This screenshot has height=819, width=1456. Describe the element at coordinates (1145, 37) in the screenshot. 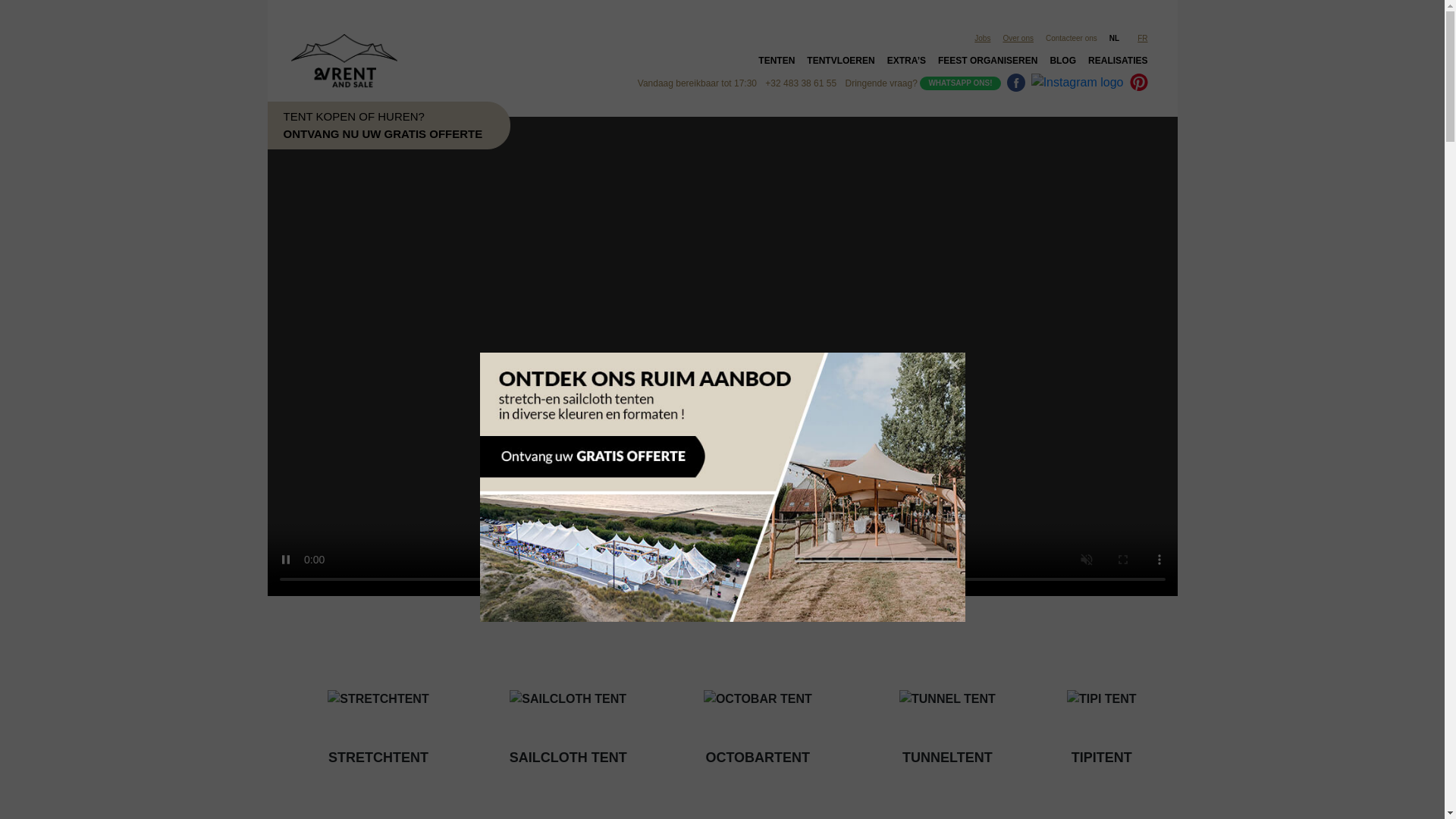

I see `'FR'` at that location.